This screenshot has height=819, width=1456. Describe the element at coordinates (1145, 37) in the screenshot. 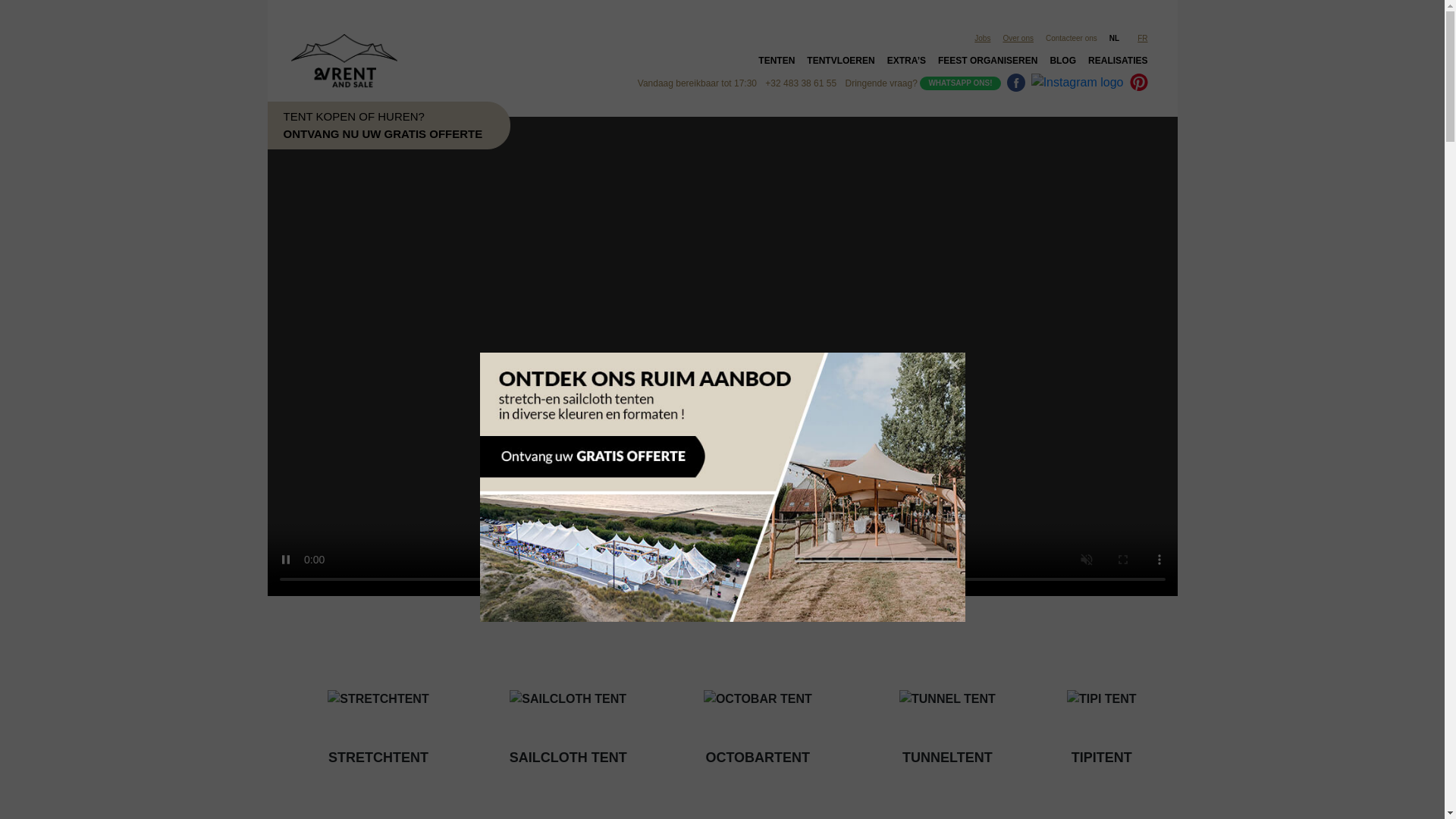

I see `'FR'` at that location.